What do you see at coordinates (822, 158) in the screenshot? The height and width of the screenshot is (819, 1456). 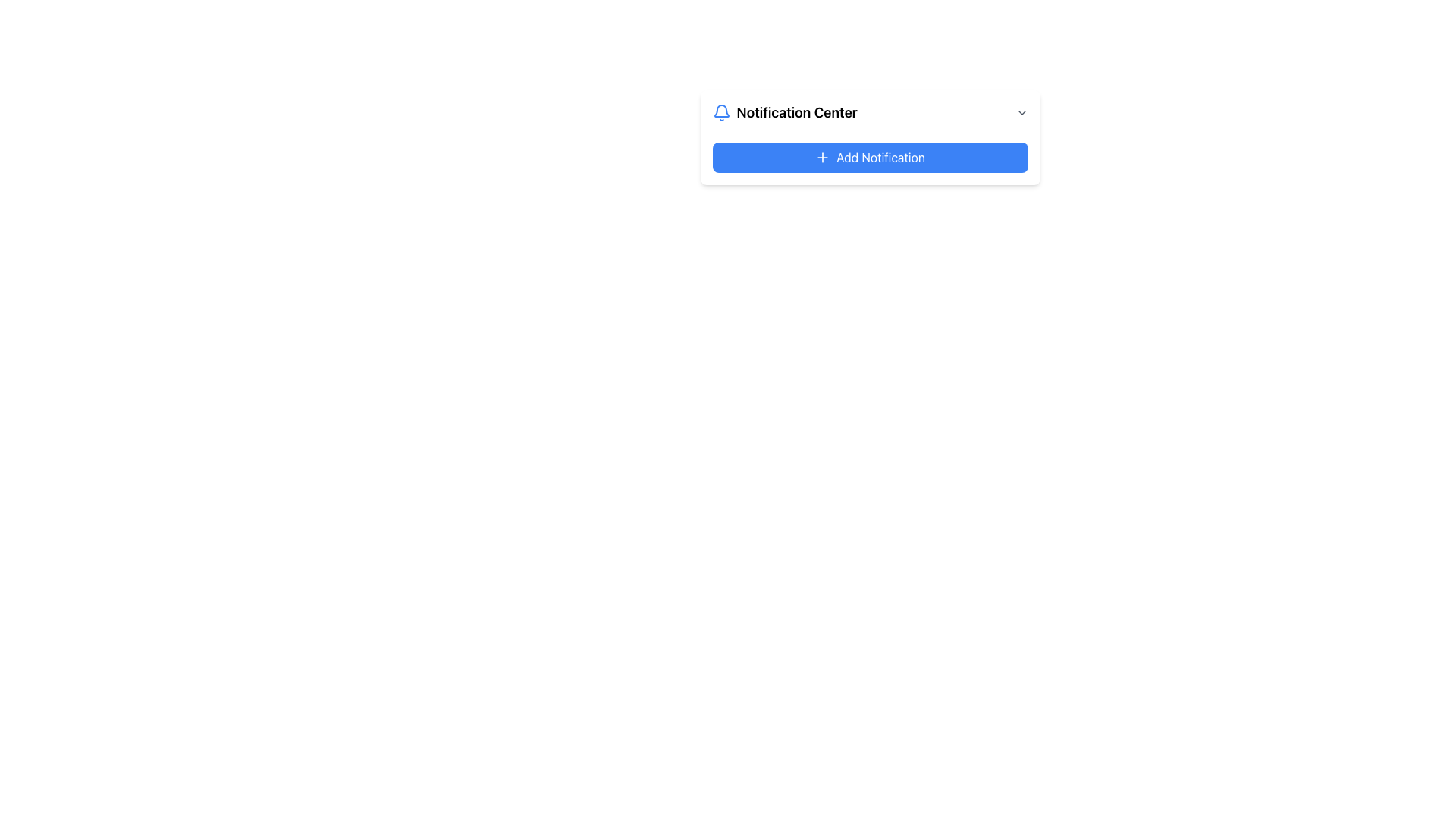 I see `the blue-highlighted plus icon located to the left of the 'Add Notification' button, centered vertically within the button` at bounding box center [822, 158].